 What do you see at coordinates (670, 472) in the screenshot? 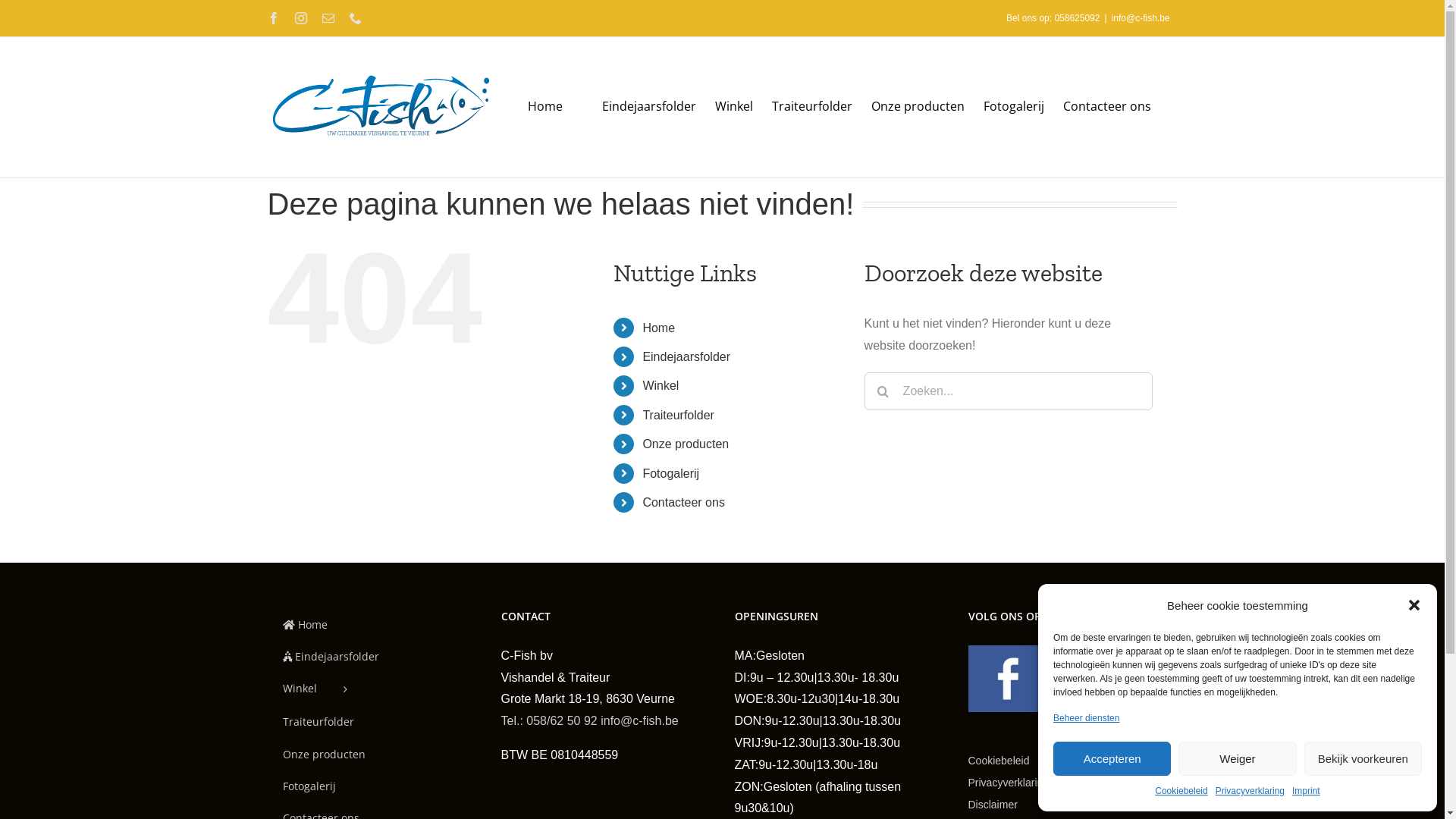
I see `'Fotogalerij'` at bounding box center [670, 472].